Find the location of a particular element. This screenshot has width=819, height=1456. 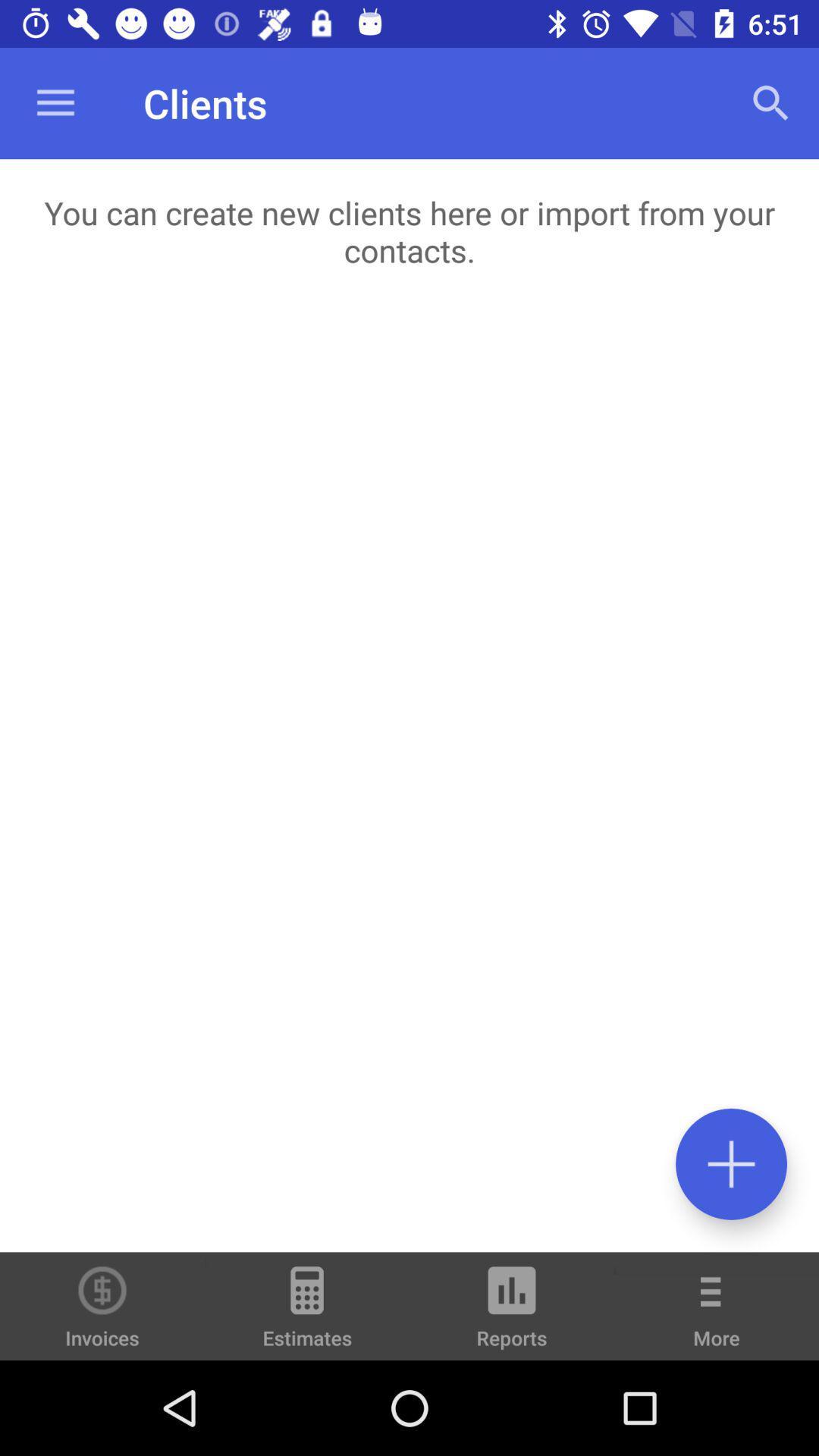

item at the center is located at coordinates (409, 777).